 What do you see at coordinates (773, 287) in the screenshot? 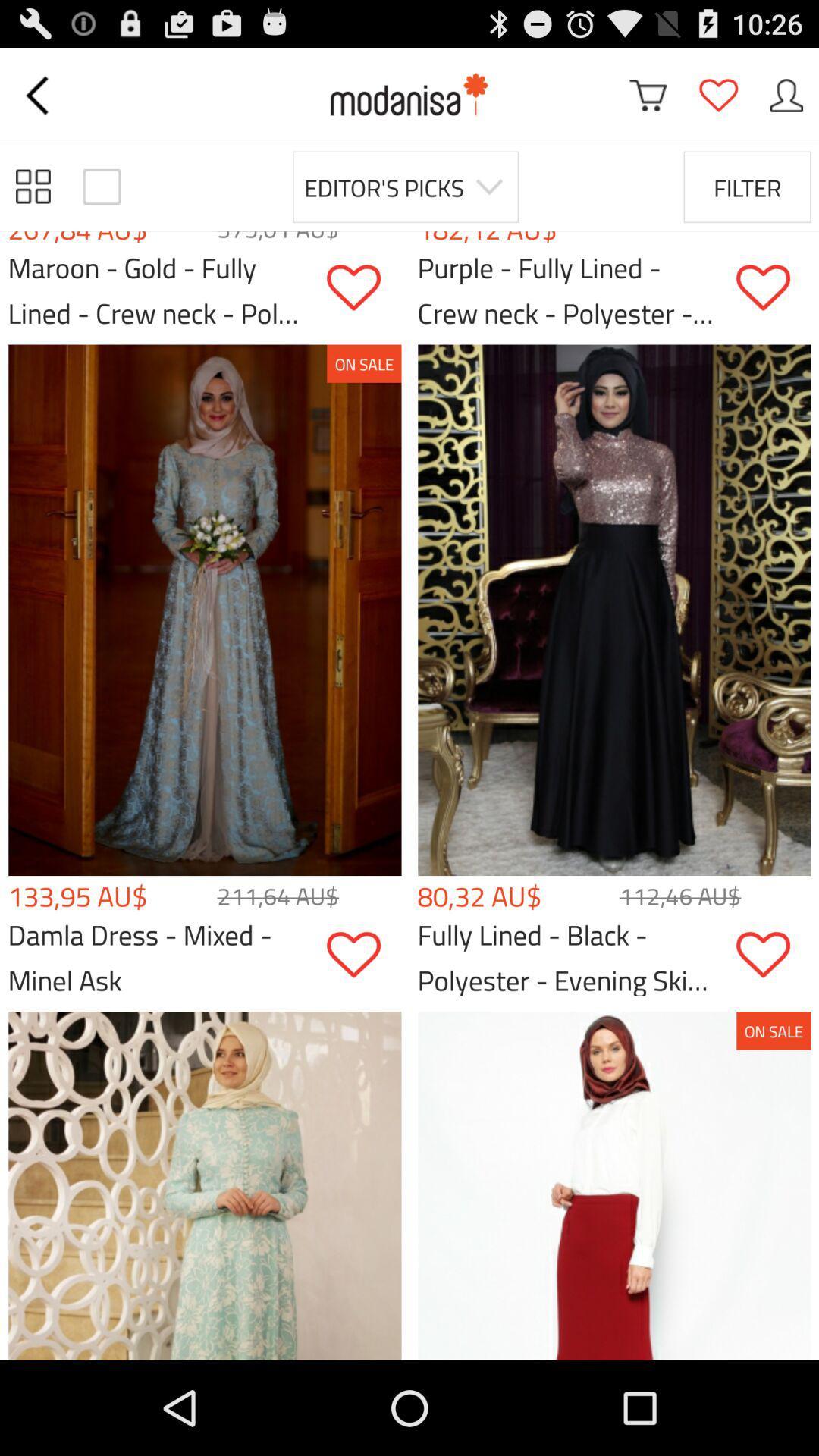
I see `this dress` at bounding box center [773, 287].